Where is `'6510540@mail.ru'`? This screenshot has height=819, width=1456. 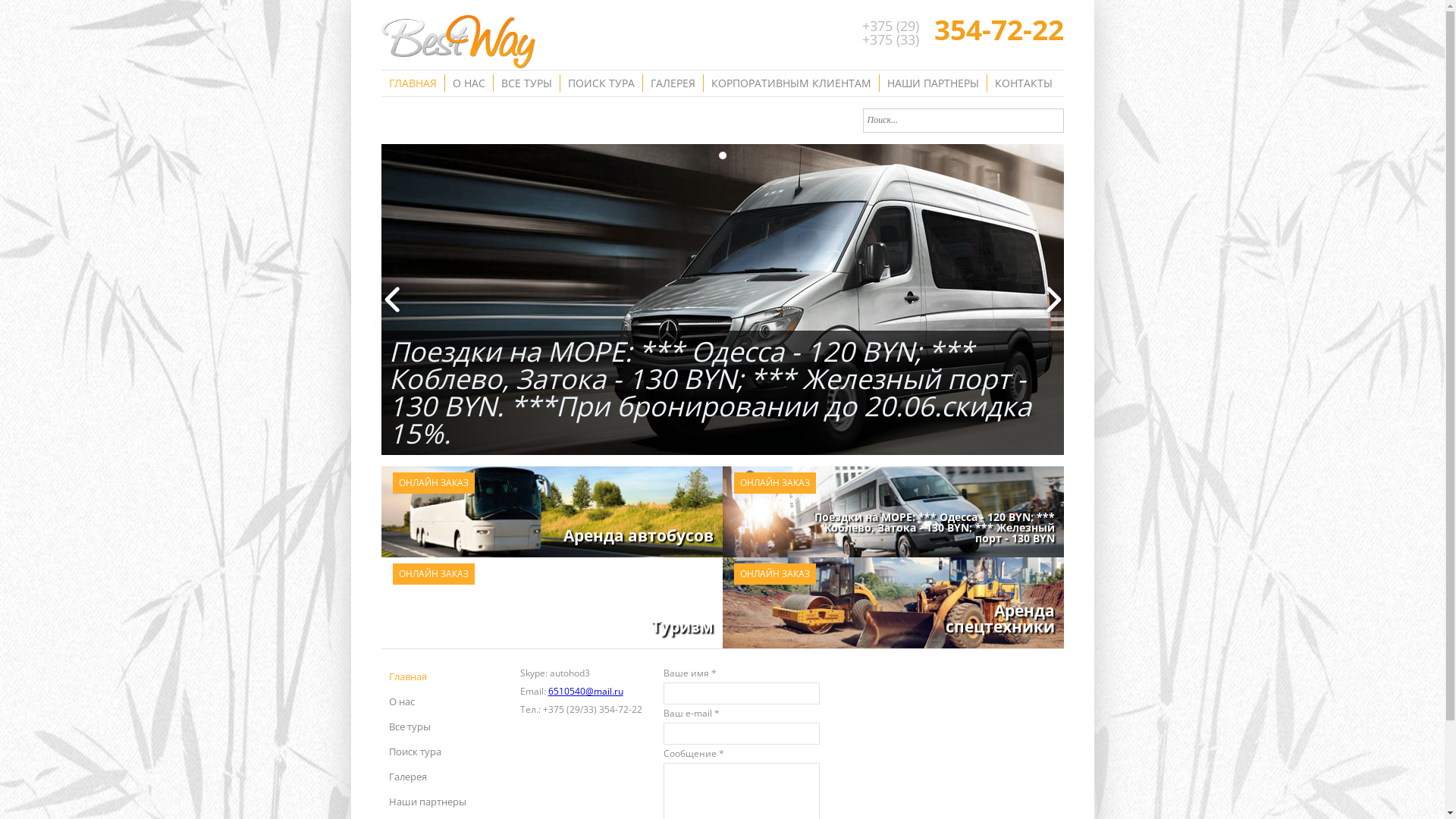 '6510540@mail.ru' is located at coordinates (546, 691).